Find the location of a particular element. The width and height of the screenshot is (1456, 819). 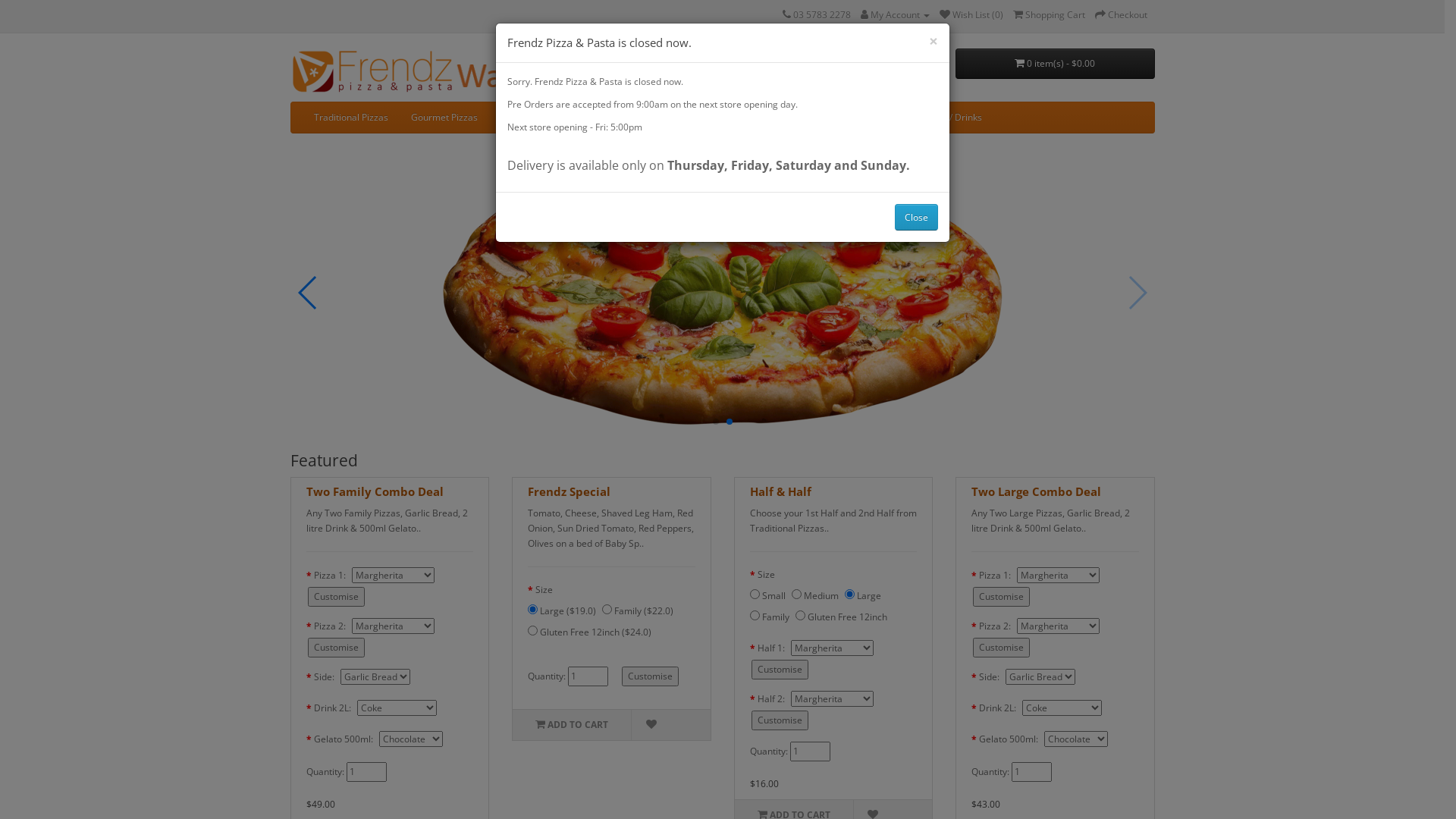

'Pizza Lovers' is located at coordinates (526, 116).